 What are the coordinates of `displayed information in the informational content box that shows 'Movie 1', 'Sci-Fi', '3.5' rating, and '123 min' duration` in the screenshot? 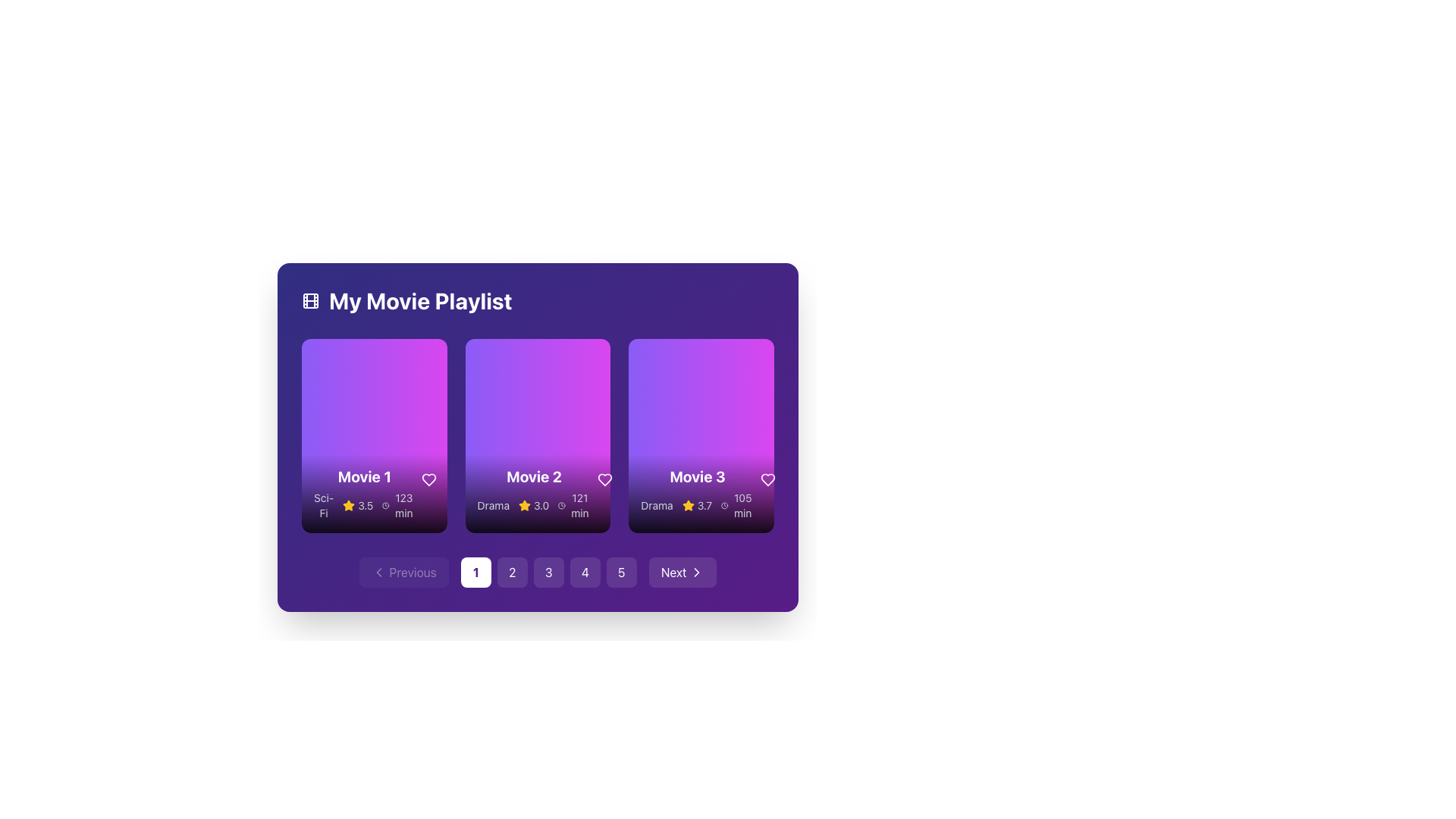 It's located at (374, 494).